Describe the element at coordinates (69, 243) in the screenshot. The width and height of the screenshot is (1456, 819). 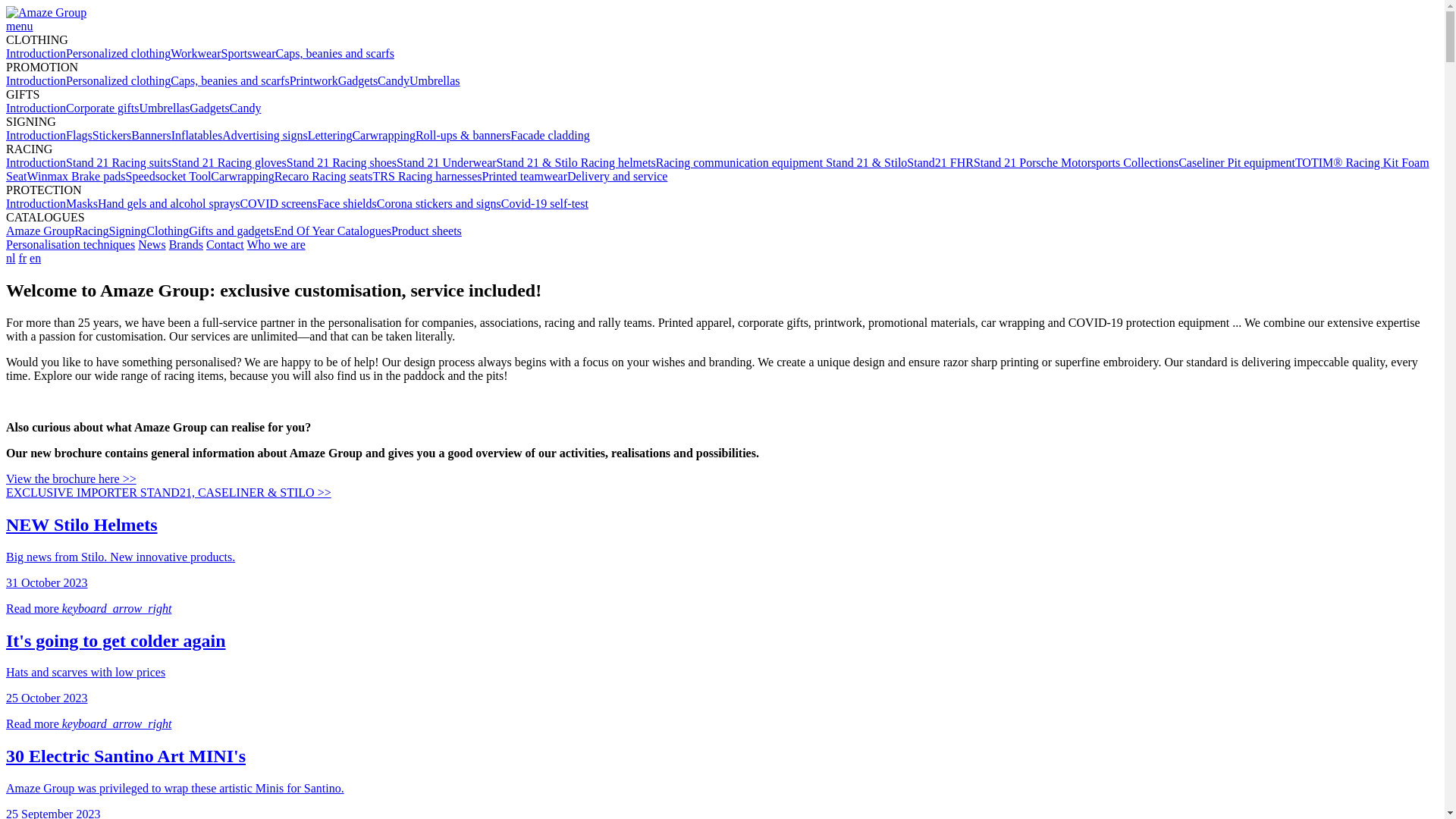
I see `'Personalisation techniques'` at that location.